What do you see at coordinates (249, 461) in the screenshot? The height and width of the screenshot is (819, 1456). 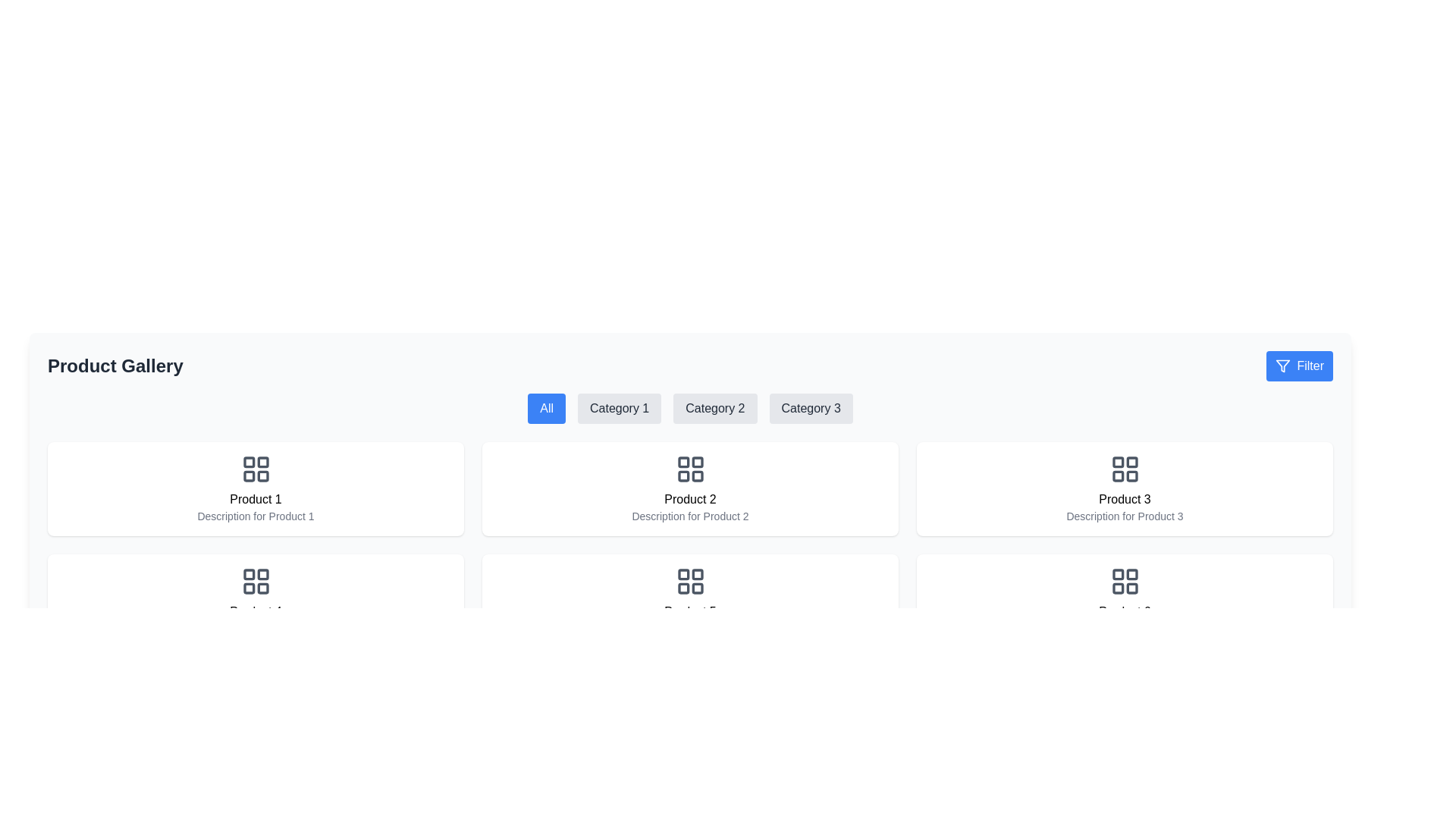 I see `the decorative square icon located in the top-left position of the 2x2 grid layout above the text 'Product 1'` at bounding box center [249, 461].